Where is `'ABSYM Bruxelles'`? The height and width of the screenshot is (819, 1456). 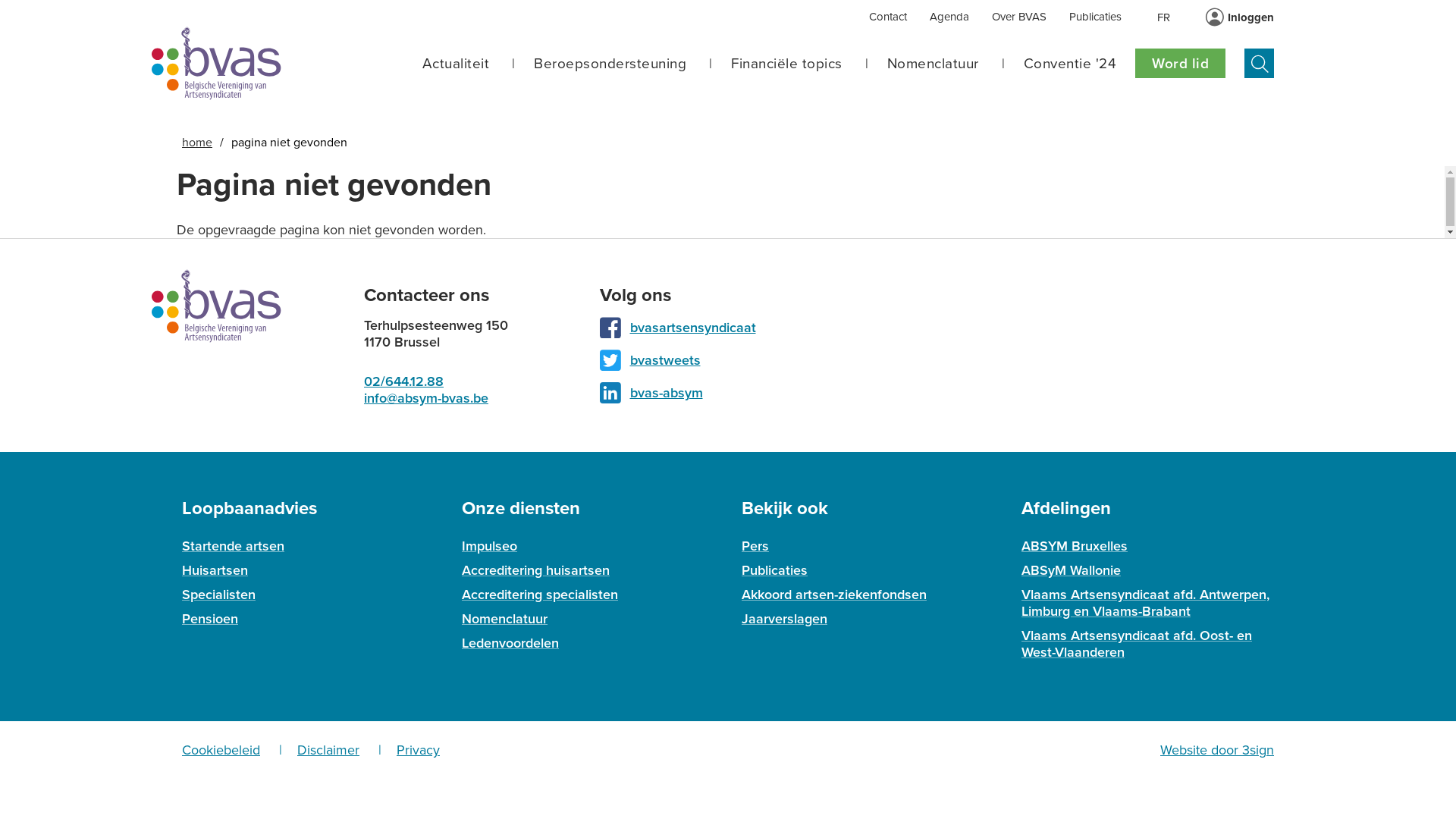
'ABSYM Bruxelles' is located at coordinates (1073, 546).